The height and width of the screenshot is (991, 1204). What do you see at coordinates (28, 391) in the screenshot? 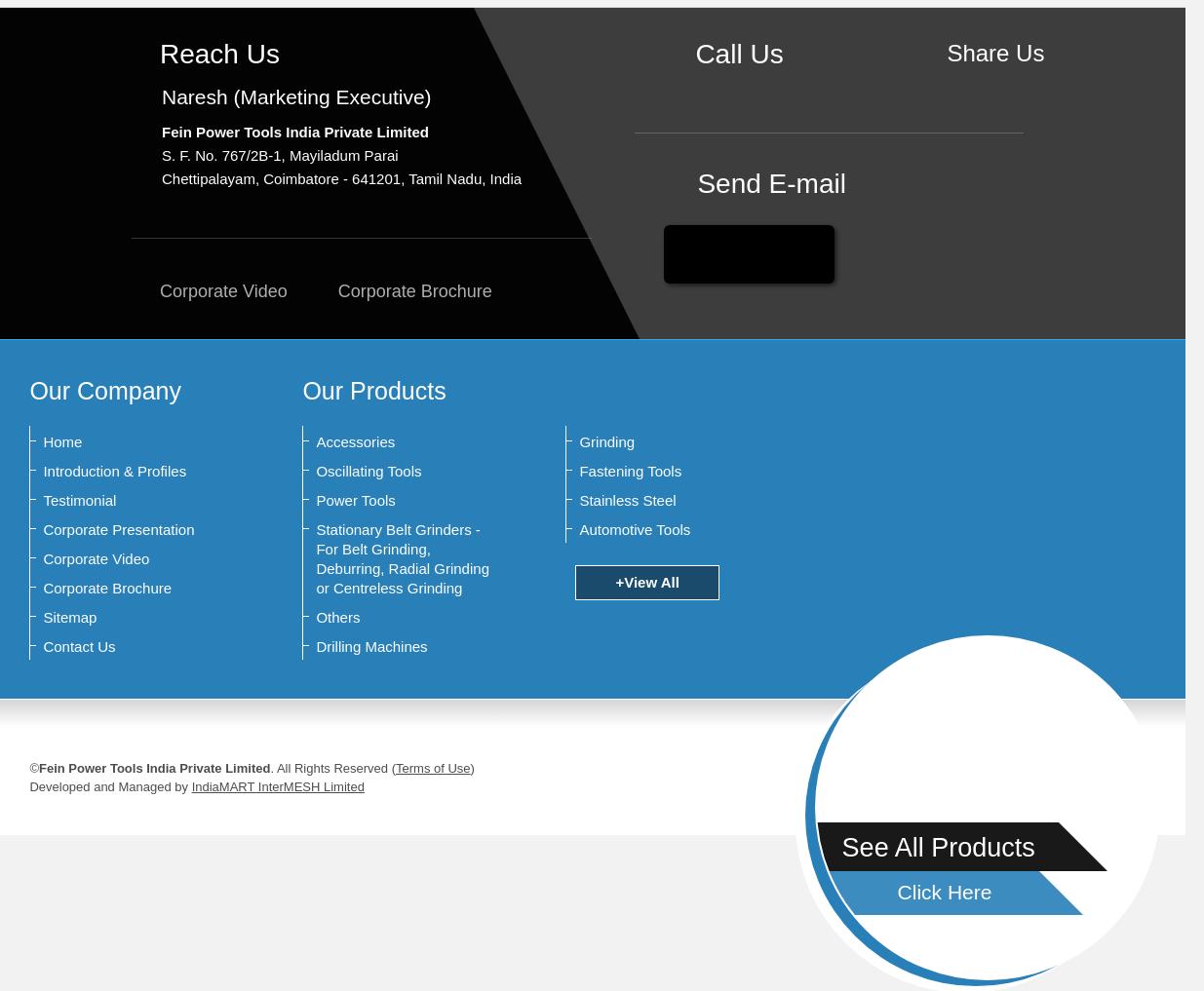
I see `'Our Company'` at bounding box center [28, 391].